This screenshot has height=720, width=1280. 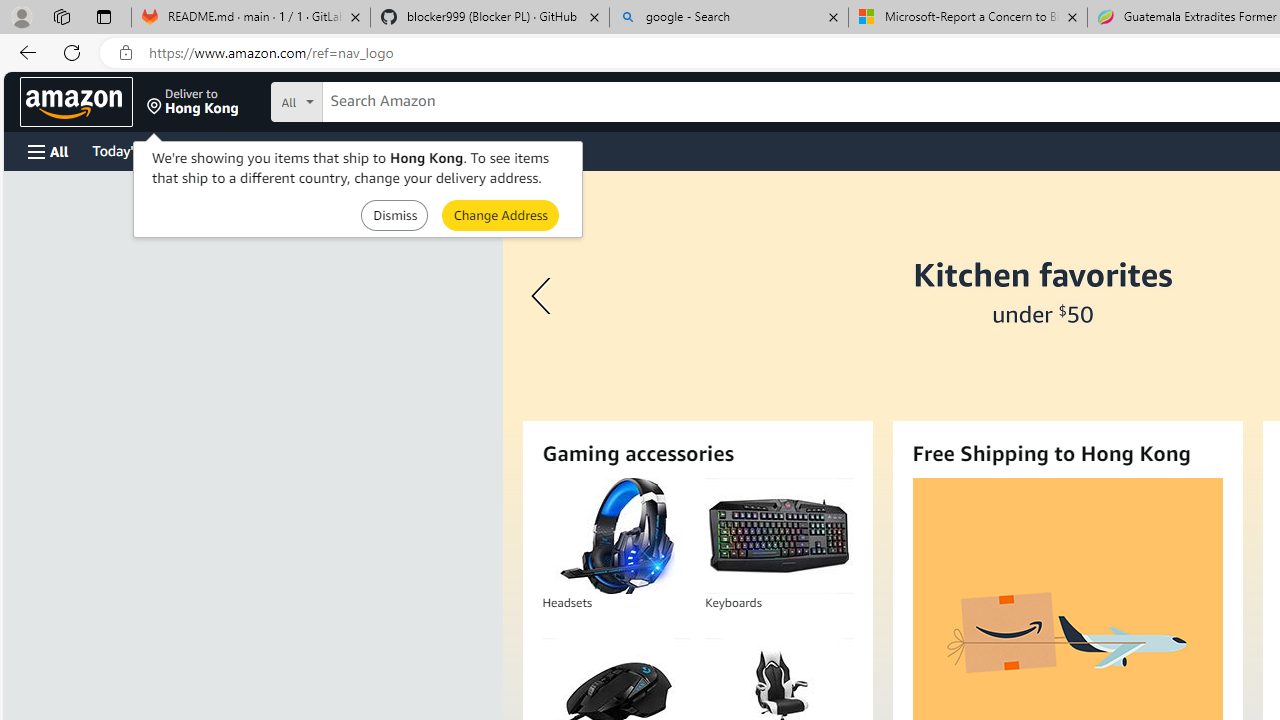 What do you see at coordinates (103, 16) in the screenshot?
I see `'Tab actions menu'` at bounding box center [103, 16].